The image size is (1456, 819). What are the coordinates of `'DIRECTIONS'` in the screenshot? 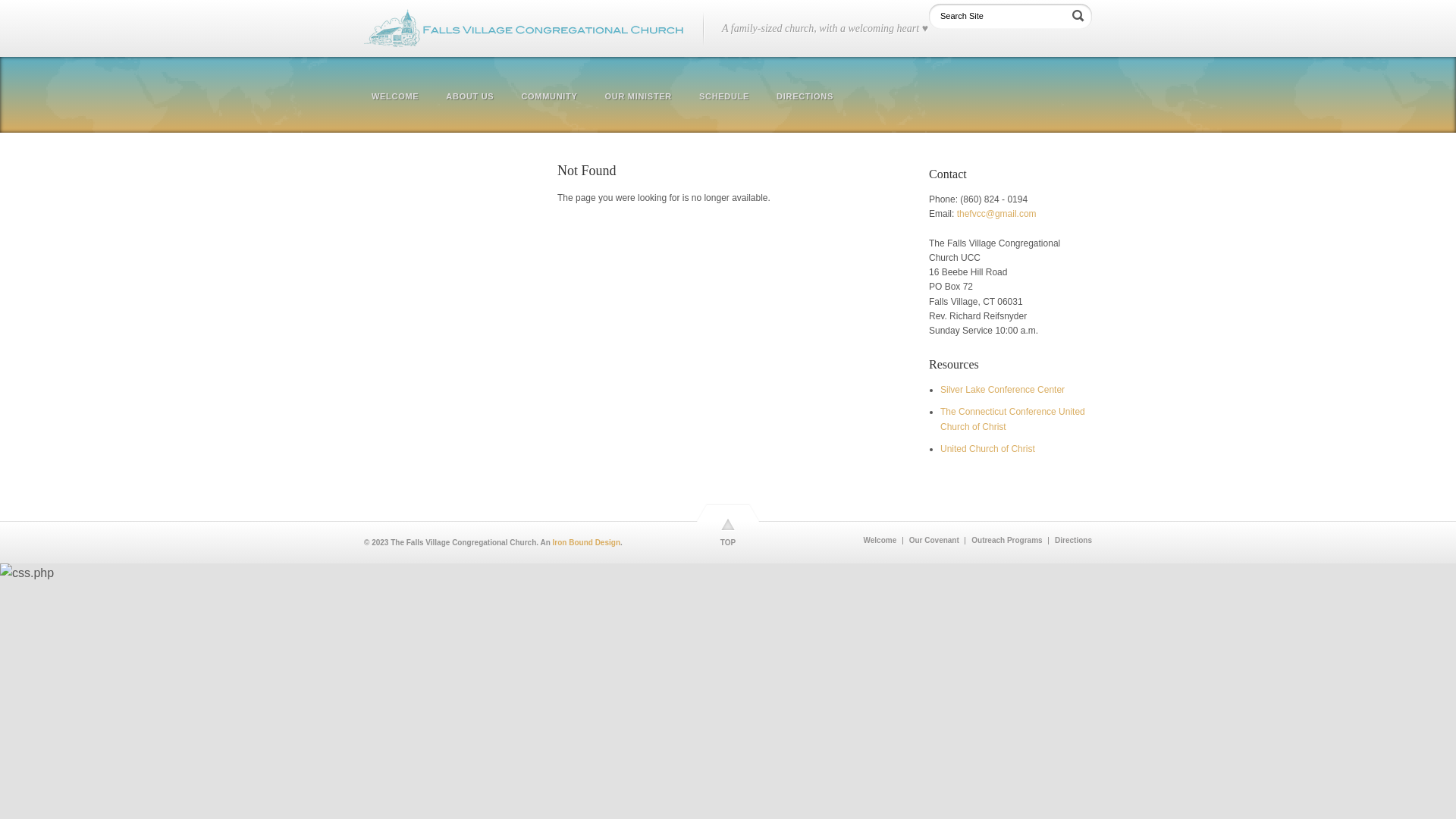 It's located at (804, 96).